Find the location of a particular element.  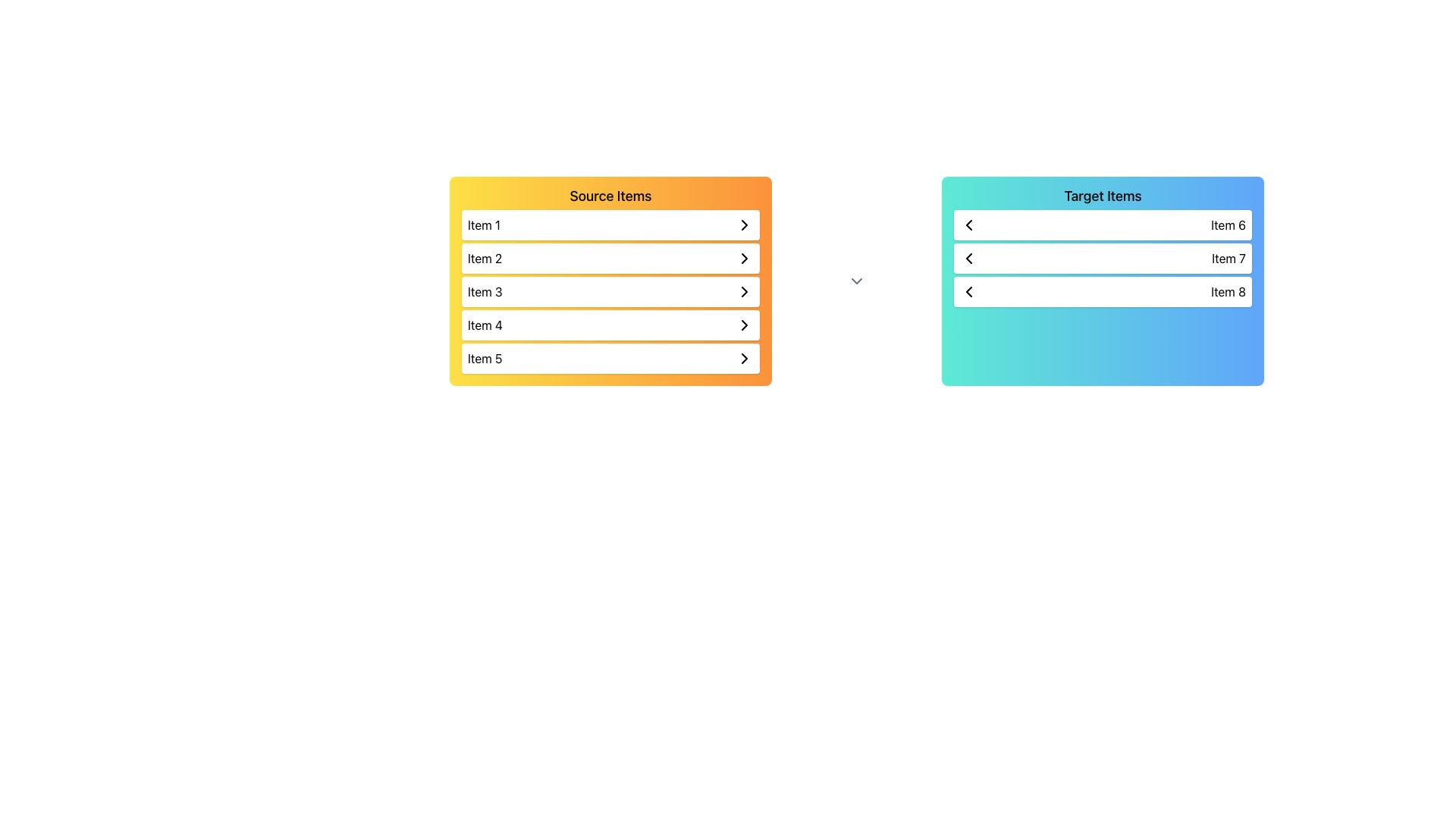

the chevron icon located between the 'Source Items' and 'Target Items' panels is located at coordinates (856, 281).